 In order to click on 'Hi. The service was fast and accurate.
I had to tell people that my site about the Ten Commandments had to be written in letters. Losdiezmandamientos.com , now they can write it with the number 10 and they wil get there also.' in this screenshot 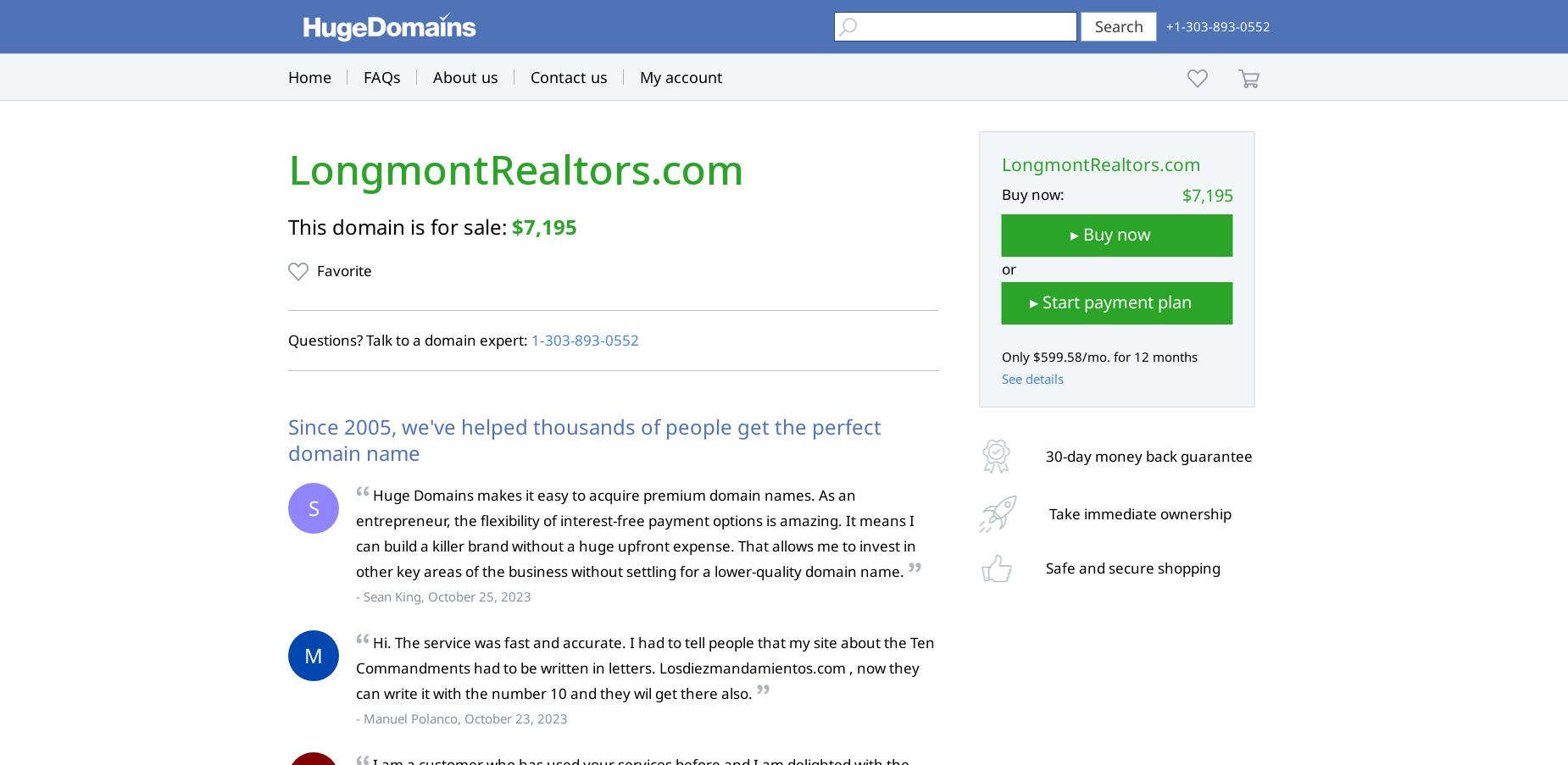, I will do `click(354, 666)`.